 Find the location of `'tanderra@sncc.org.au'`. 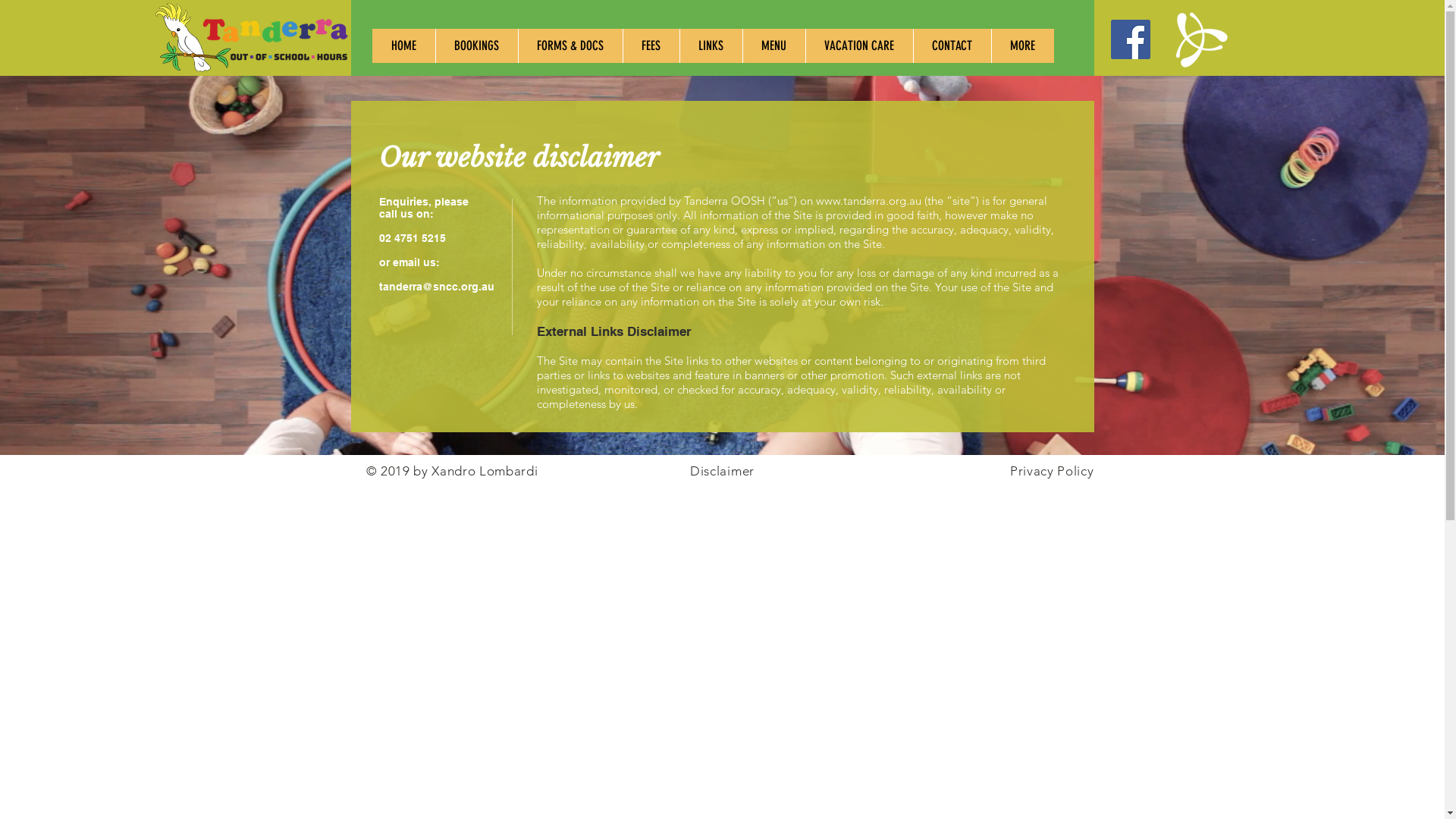

'tanderra@sncc.org.au' is located at coordinates (436, 287).